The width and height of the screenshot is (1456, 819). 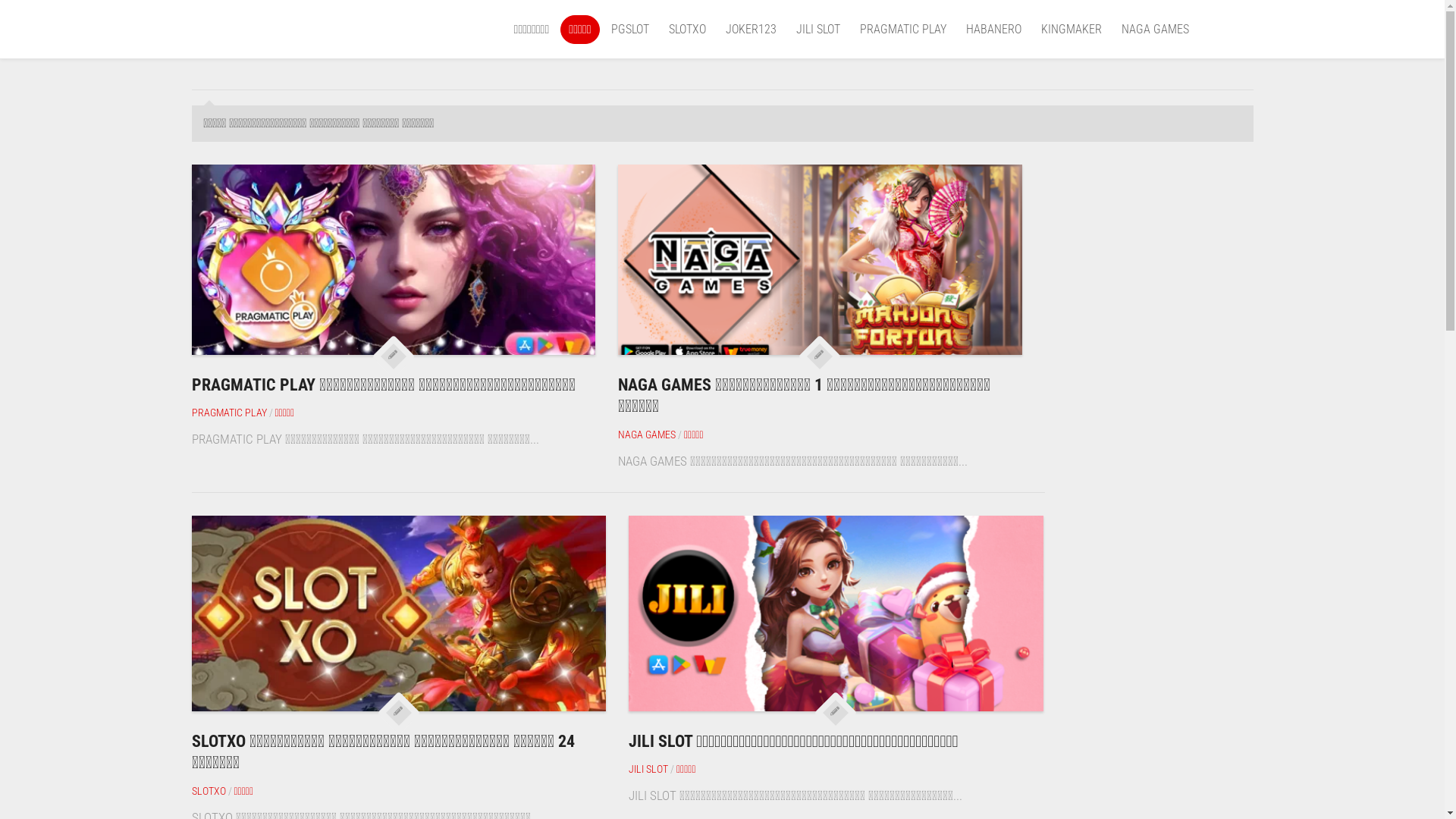 I want to click on 'HABANERO', so click(x=993, y=29).